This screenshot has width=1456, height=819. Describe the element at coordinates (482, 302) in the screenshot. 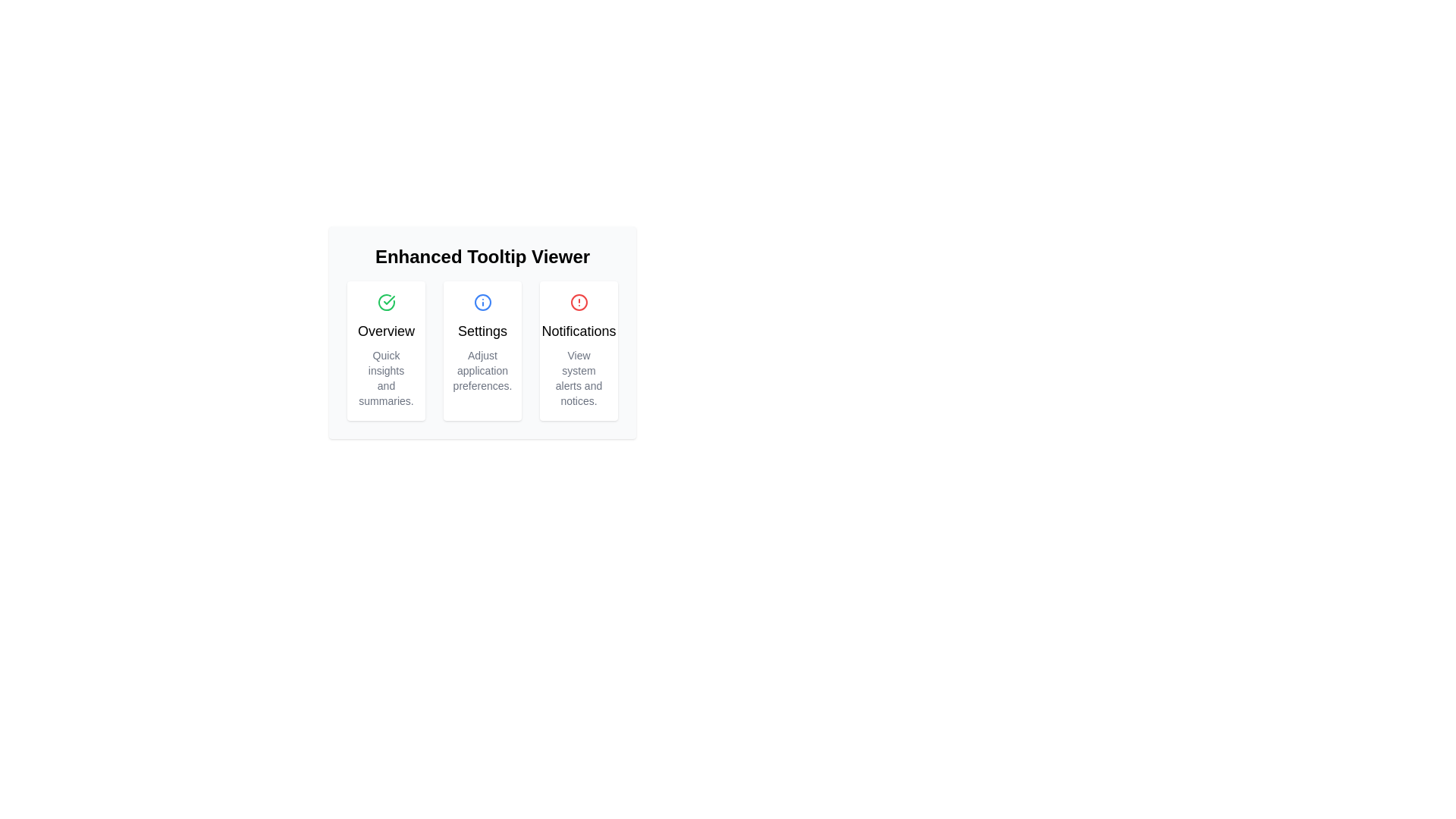

I see `the informational icon within the 'Settings' card` at that location.